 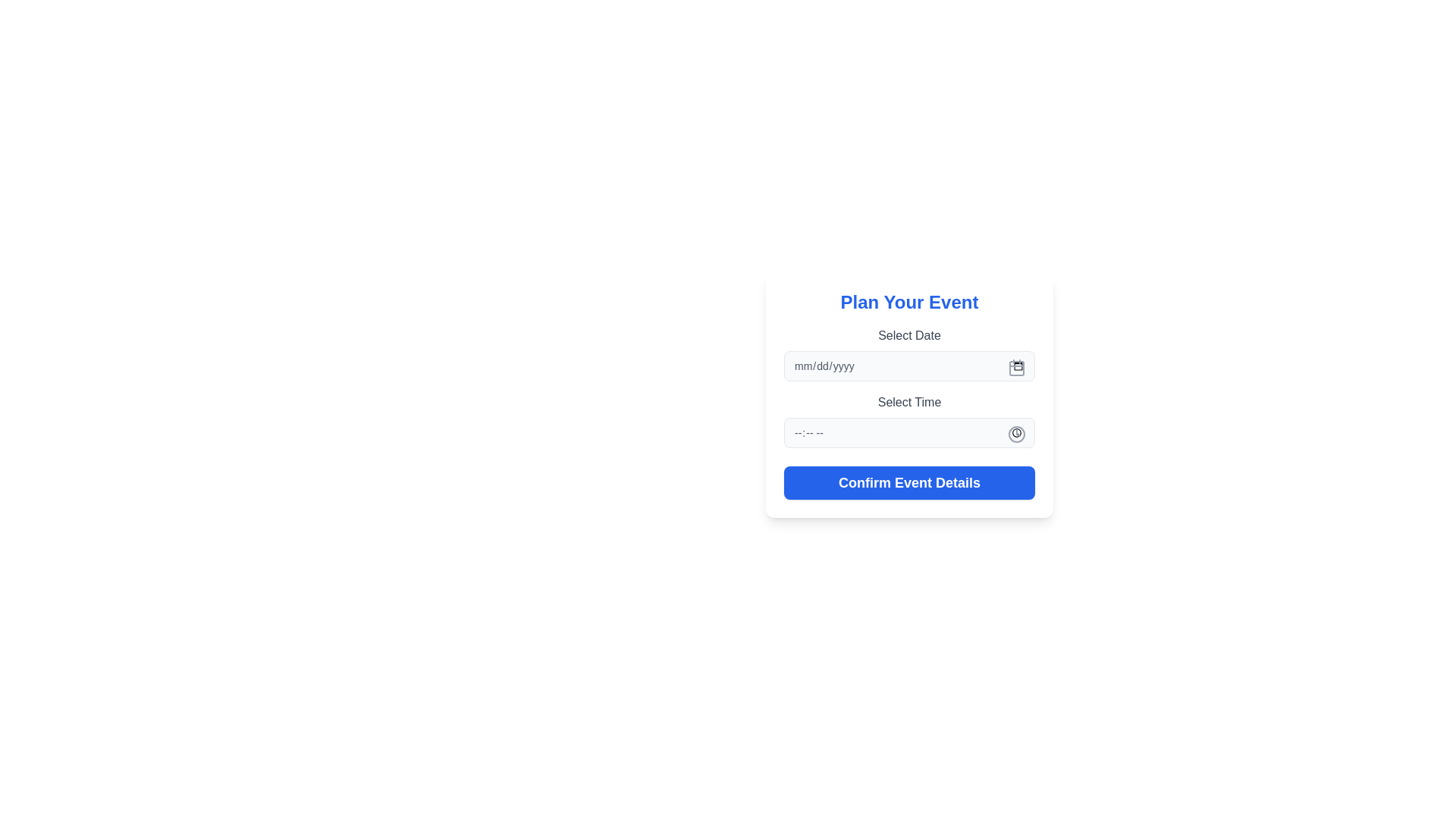 What do you see at coordinates (909, 335) in the screenshot?
I see `the Text Label positioned above the date input field in the 'Plan Your Event' form to clarify the field's function to the user` at bounding box center [909, 335].